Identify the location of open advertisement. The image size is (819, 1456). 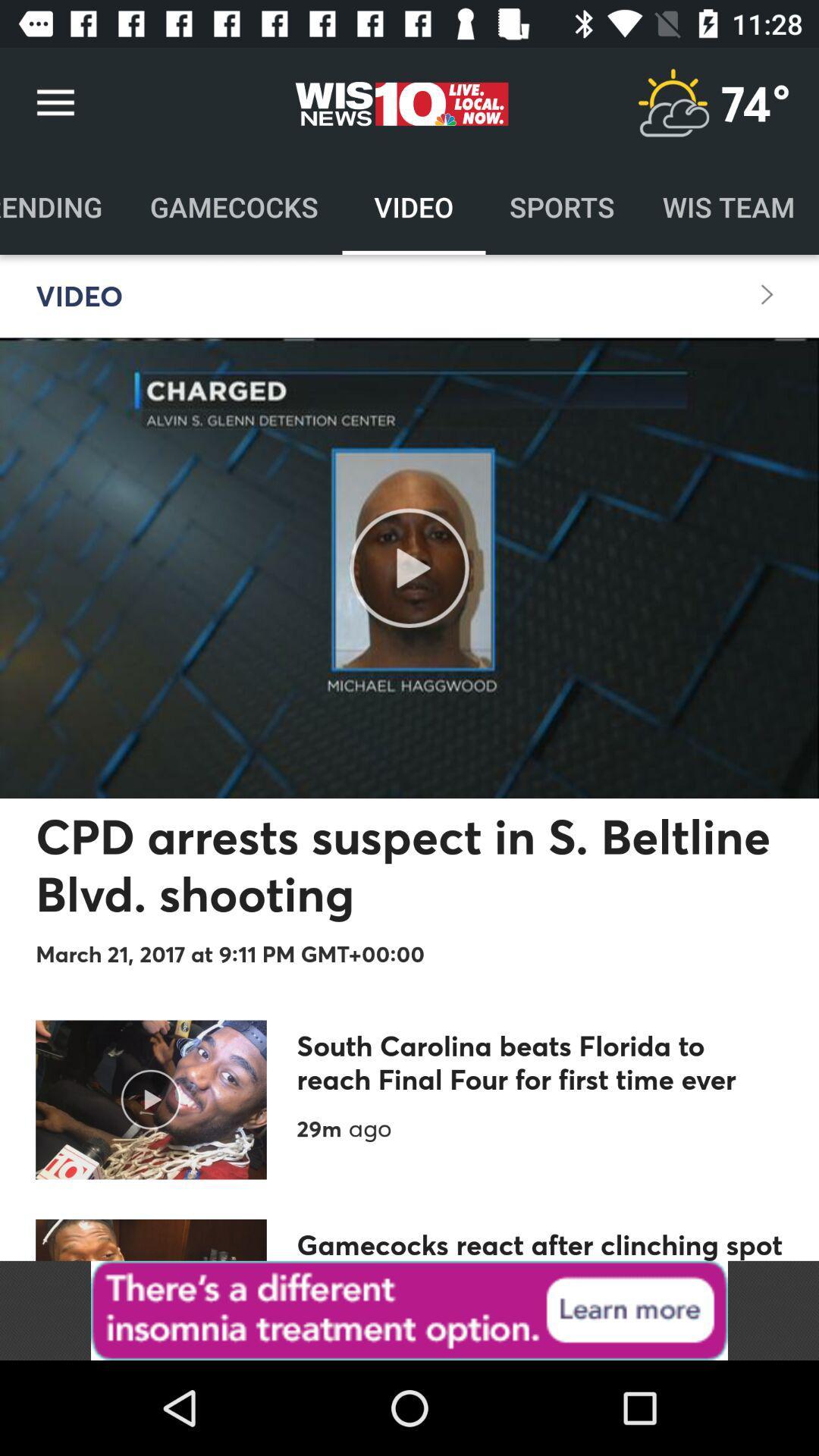
(409, 1310).